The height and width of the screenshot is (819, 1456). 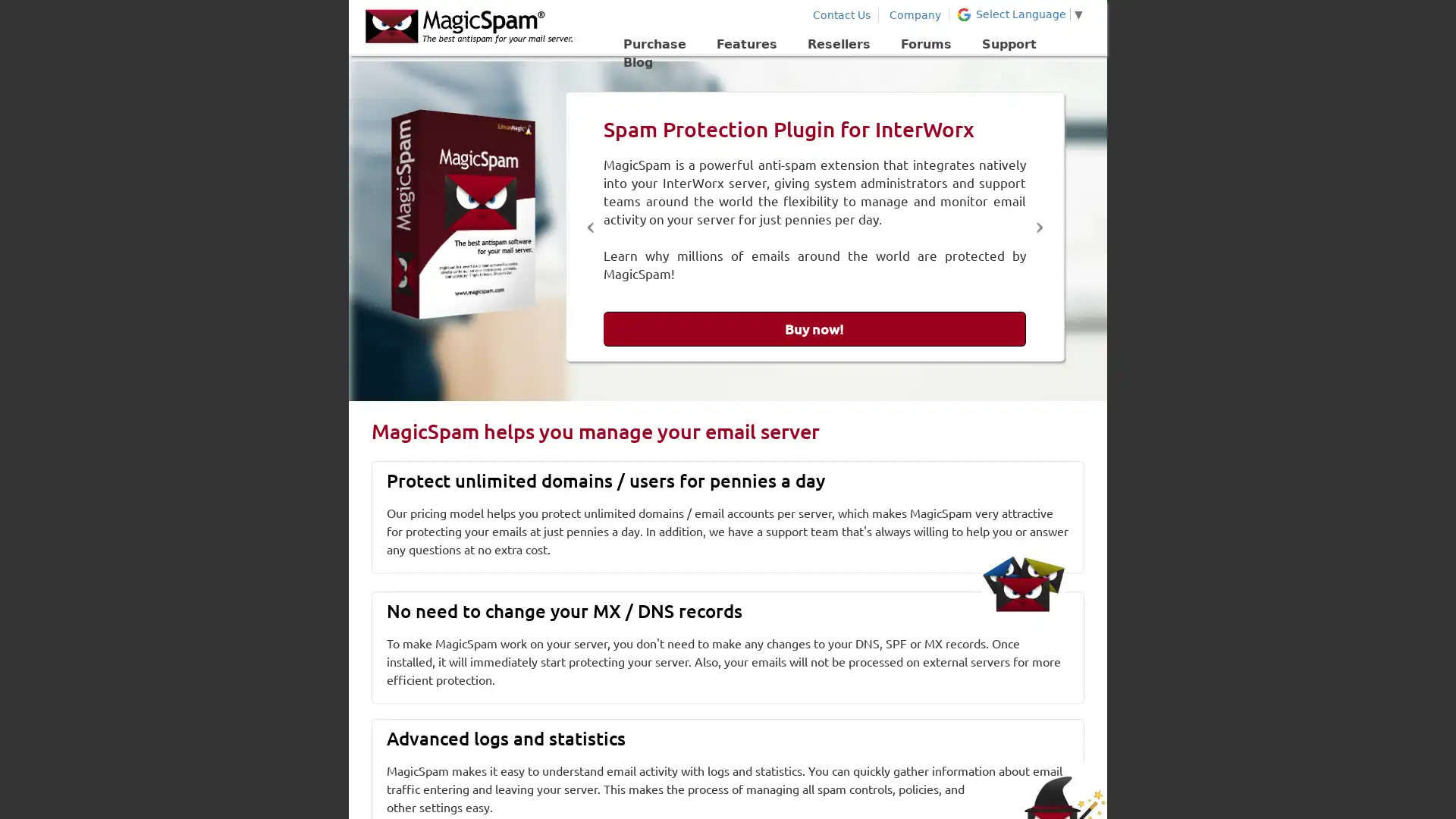 I want to click on Buy now!, so click(x=814, y=328).